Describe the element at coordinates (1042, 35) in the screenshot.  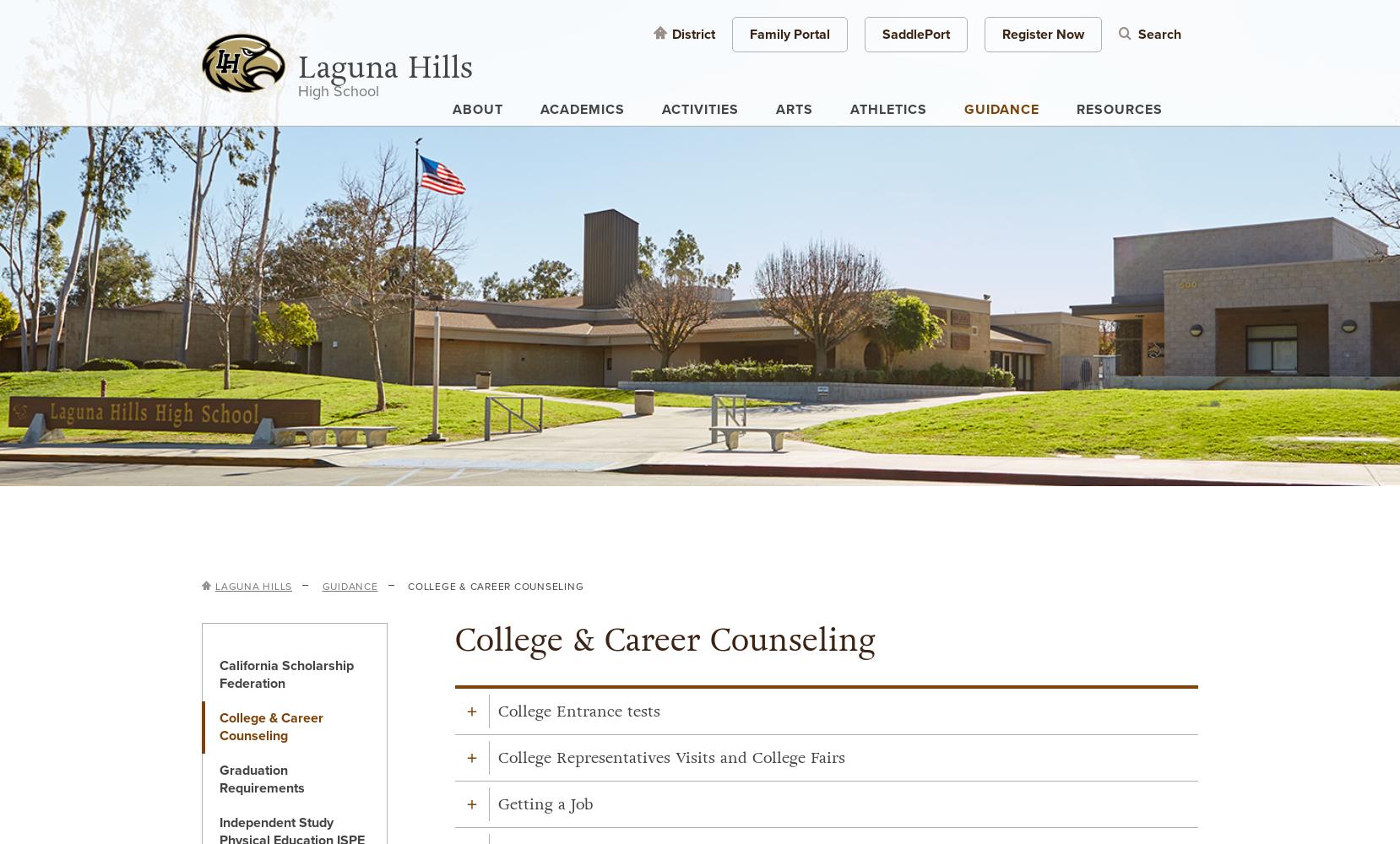
I see `'Register Now'` at that location.